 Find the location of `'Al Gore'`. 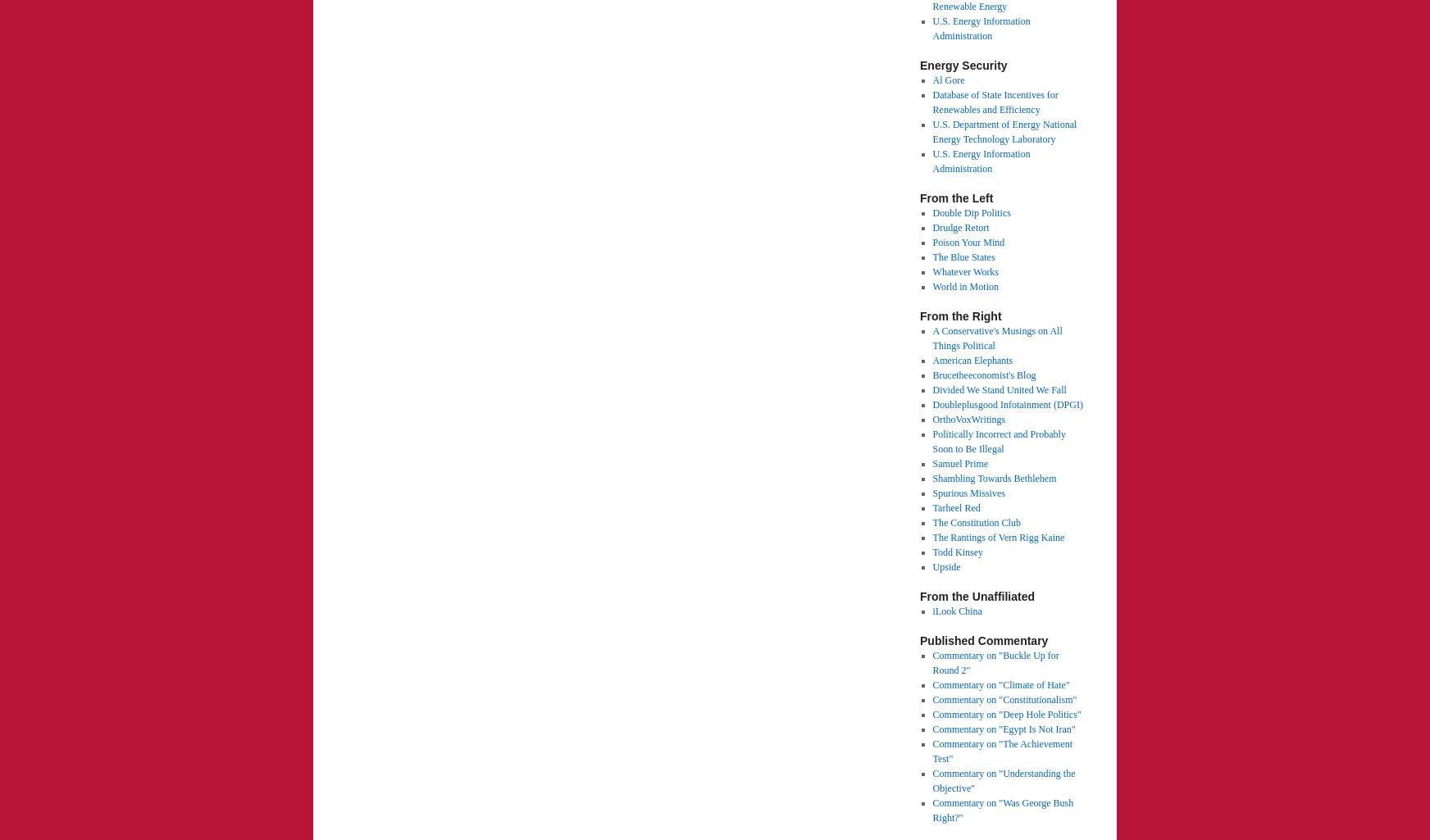

'Al Gore' is located at coordinates (931, 79).